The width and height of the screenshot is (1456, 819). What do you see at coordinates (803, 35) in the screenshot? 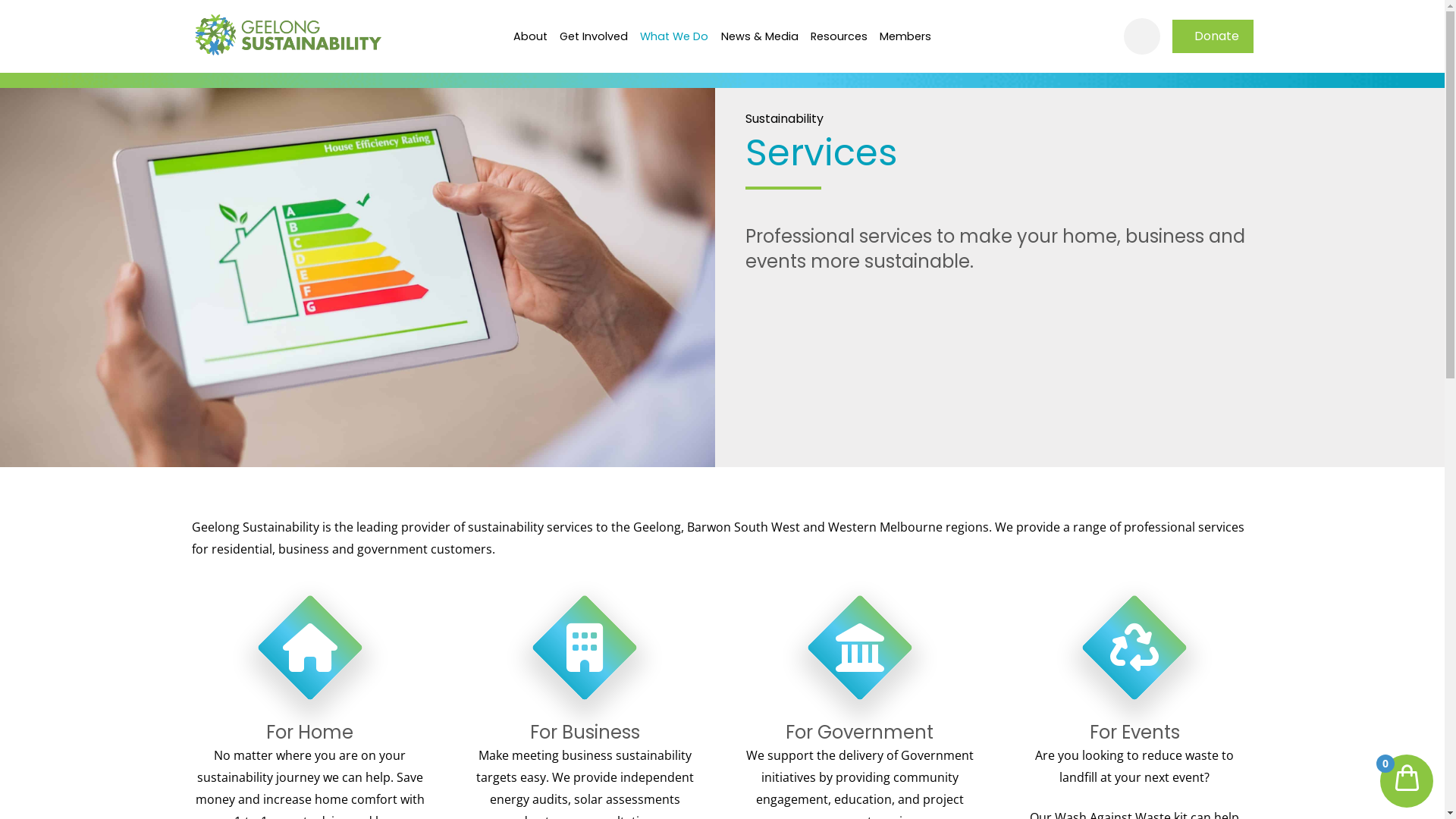
I see `'Resources'` at bounding box center [803, 35].